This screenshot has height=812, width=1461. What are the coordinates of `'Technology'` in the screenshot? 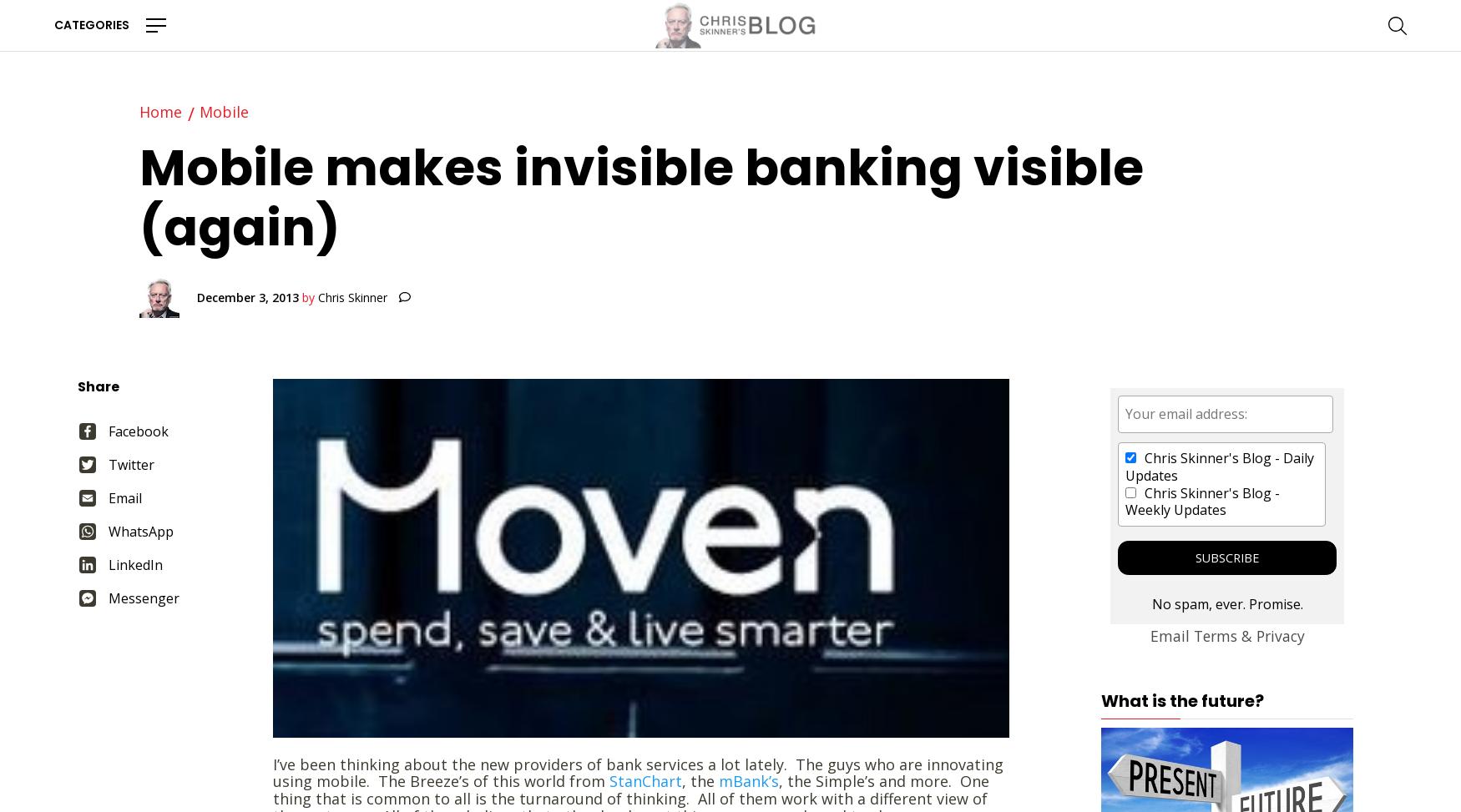 It's located at (336, 312).